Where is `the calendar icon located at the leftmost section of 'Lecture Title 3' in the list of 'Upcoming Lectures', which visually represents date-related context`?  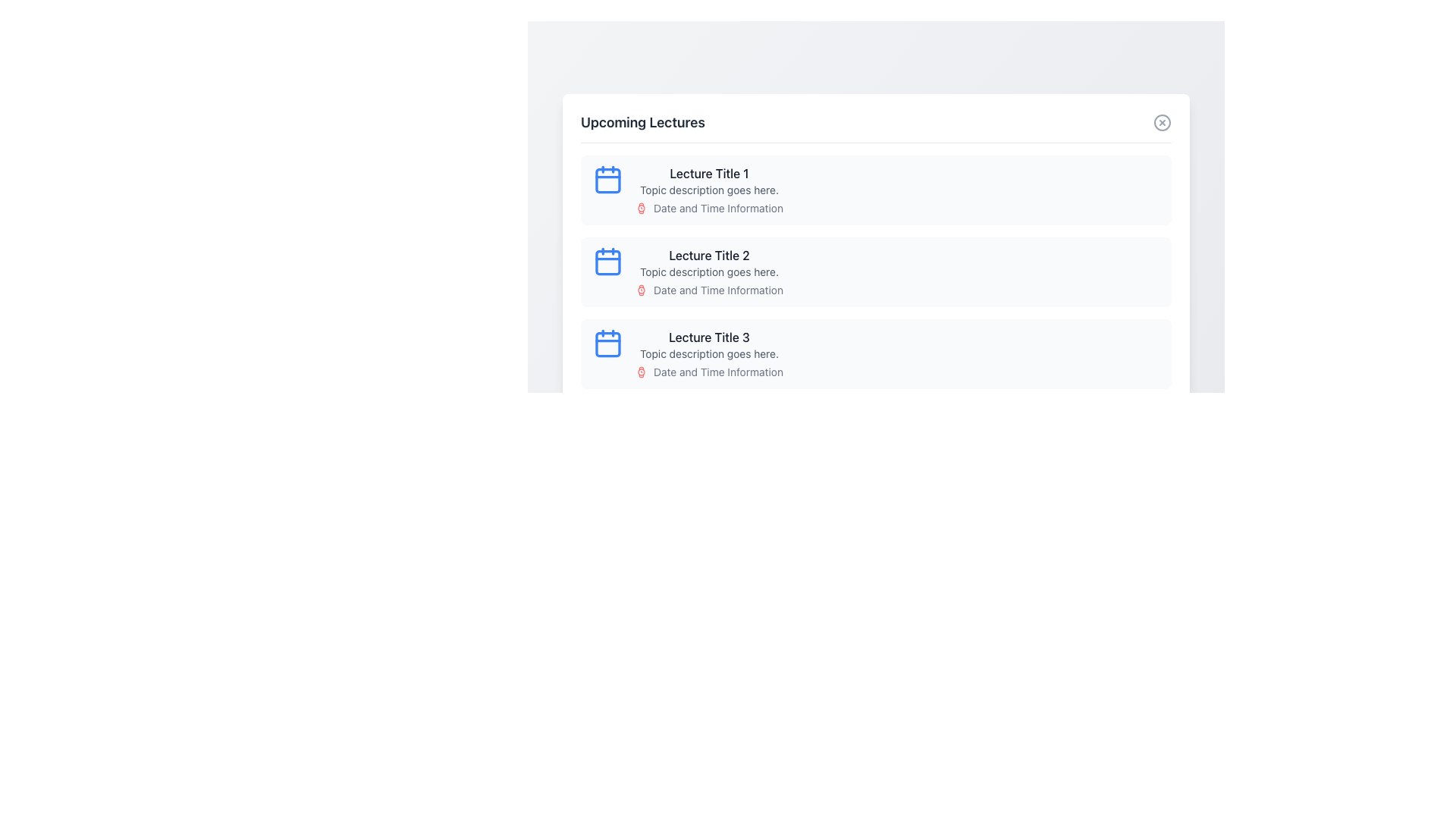
the calendar icon located at the leftmost section of 'Lecture Title 3' in the list of 'Upcoming Lectures', which visually represents date-related context is located at coordinates (607, 343).